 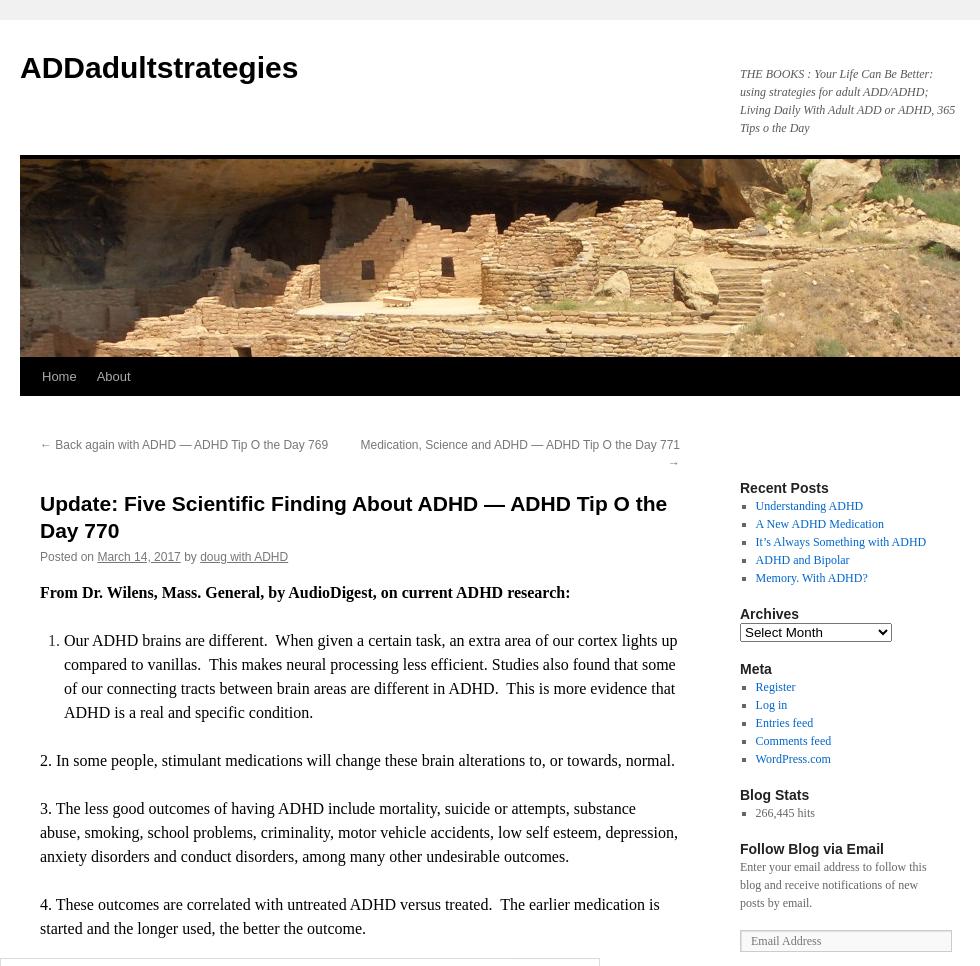 What do you see at coordinates (349, 914) in the screenshot?
I see `'4. These outcomes are correlated with untreated ADHD versus treated.  The earlier medication is started and the longer used, the better the outcome.'` at bounding box center [349, 914].